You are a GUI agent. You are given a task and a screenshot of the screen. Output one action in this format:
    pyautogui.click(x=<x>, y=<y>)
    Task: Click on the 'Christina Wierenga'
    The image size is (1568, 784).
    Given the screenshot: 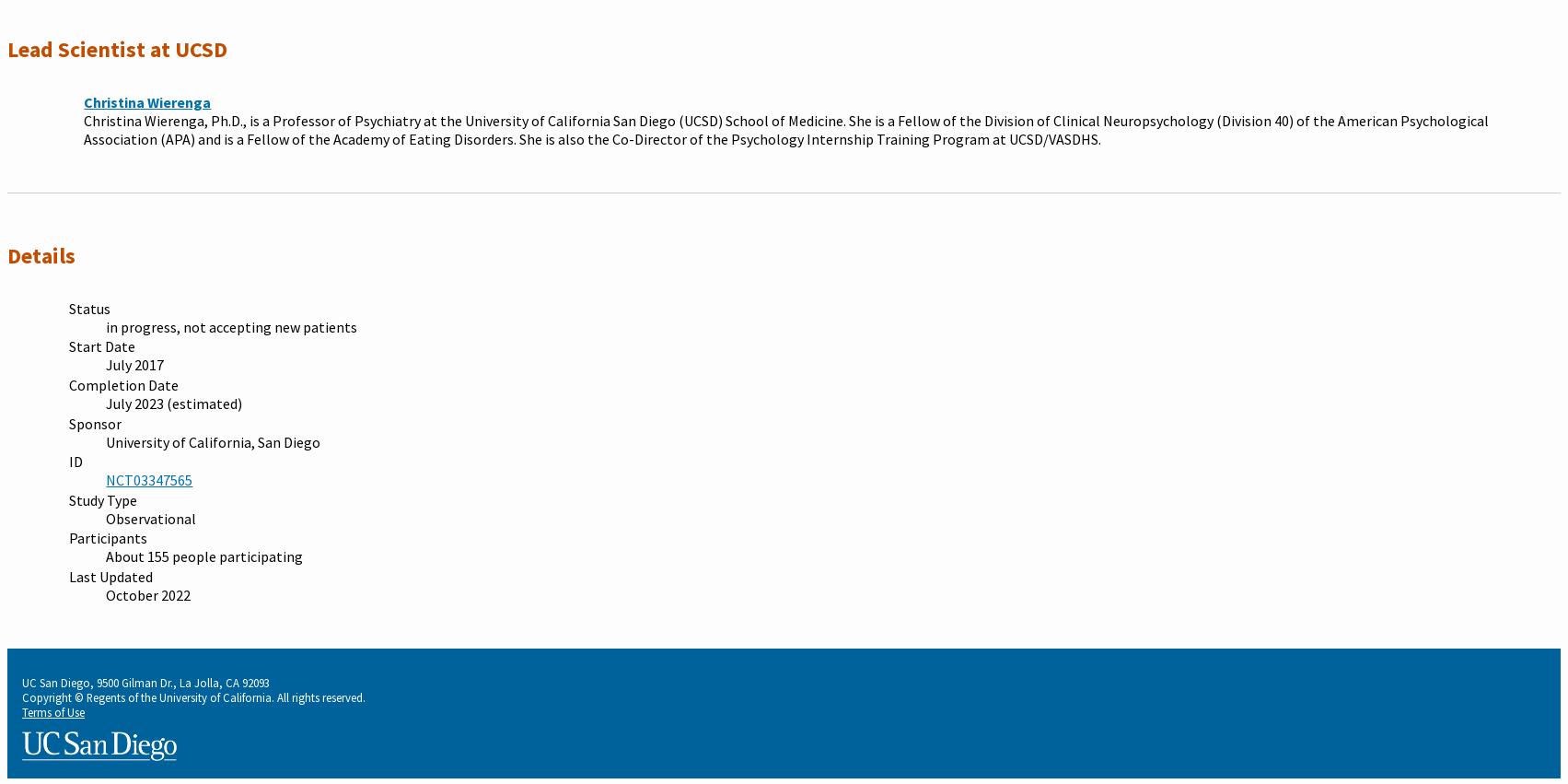 What is the action you would take?
    pyautogui.click(x=83, y=100)
    